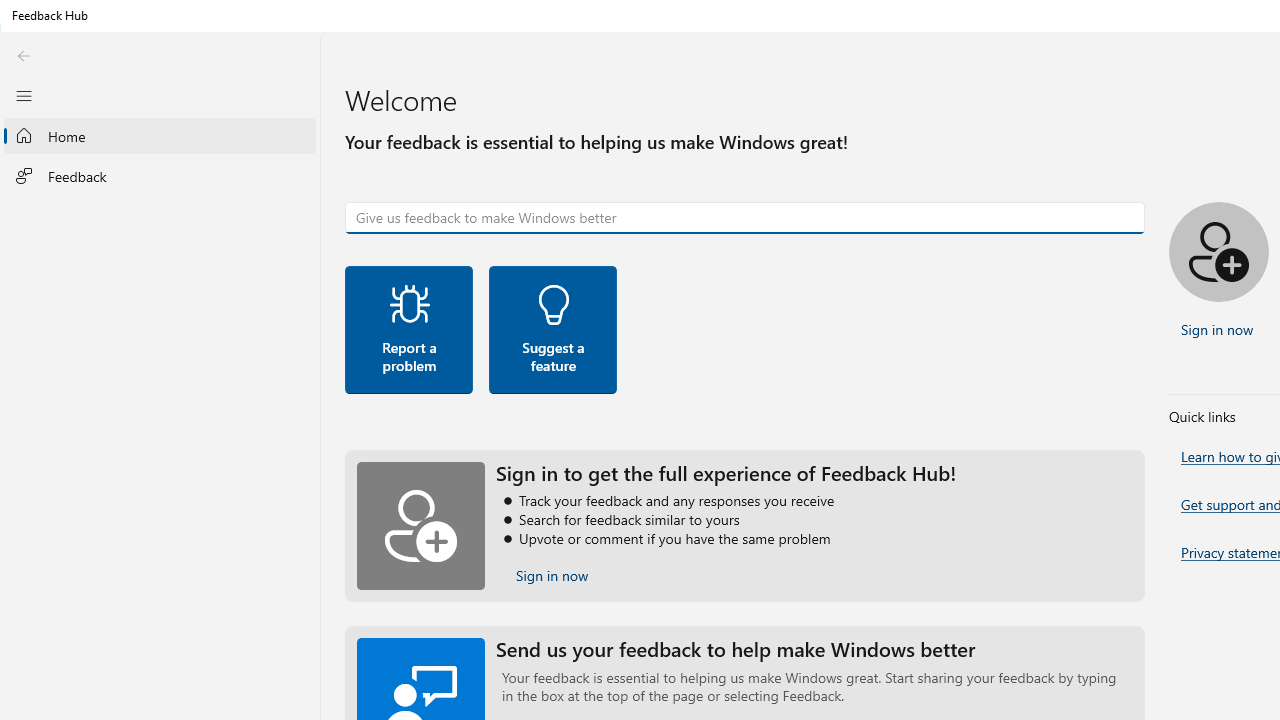  What do you see at coordinates (552, 328) in the screenshot?
I see `'Suggest a feature'` at bounding box center [552, 328].